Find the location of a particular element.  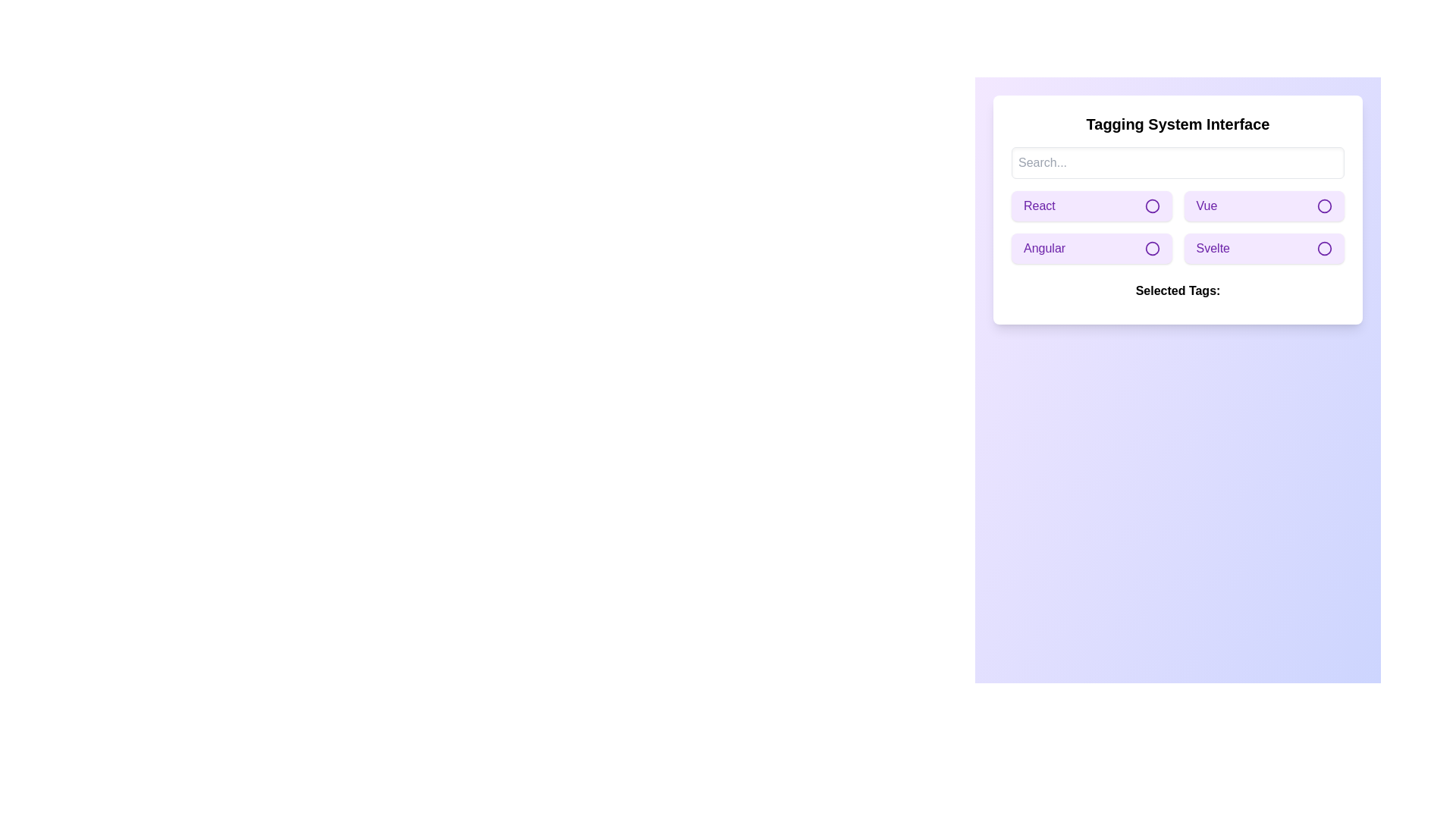

the interactive button is located at coordinates (1263, 247).